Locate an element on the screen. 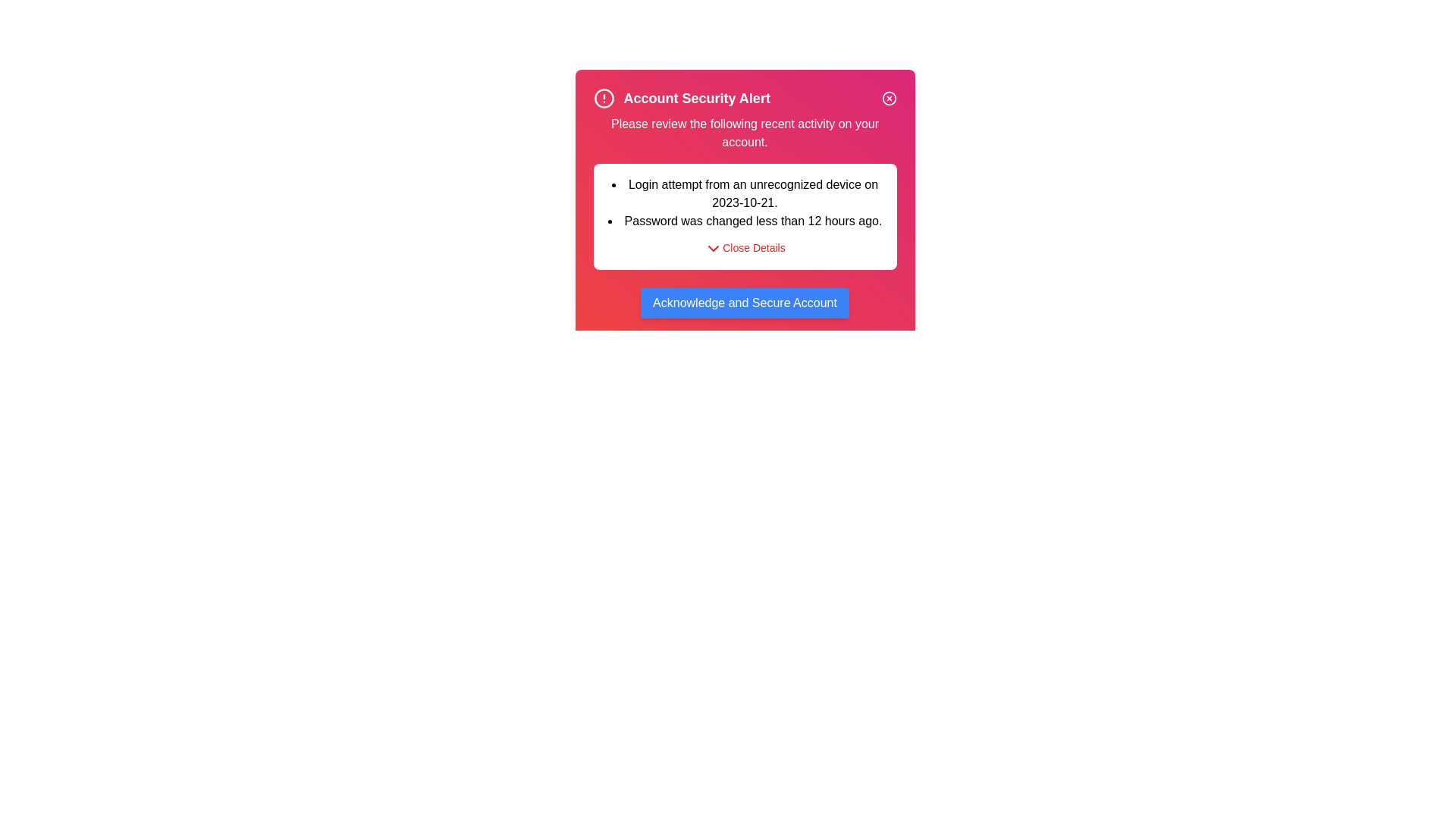 The image size is (1456, 819). the Close button with an 'X' icon located at the top-right corner of the alert box, adjacent to the 'Account Security Alert' text is located at coordinates (889, 99).